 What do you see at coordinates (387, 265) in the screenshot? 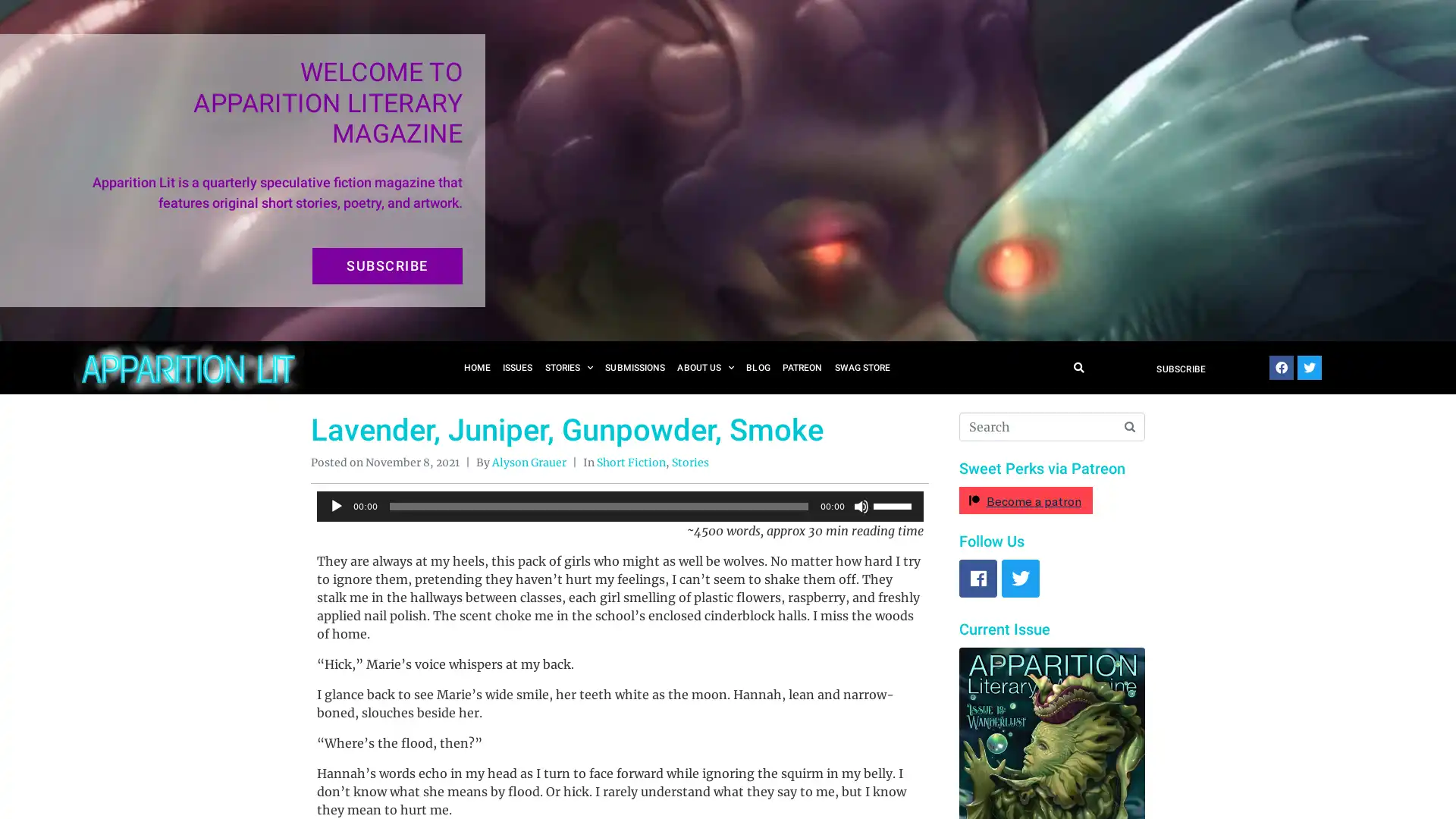
I see `SUBSCRIBE` at bounding box center [387, 265].